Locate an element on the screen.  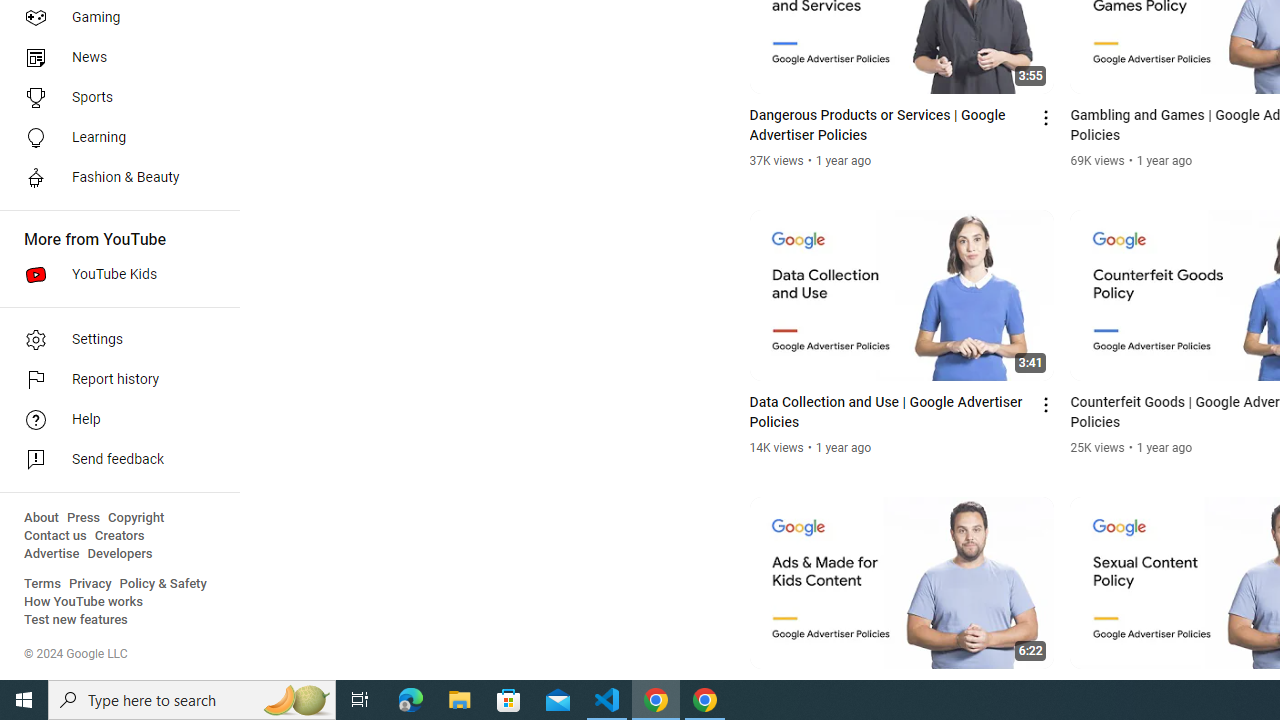
'YouTube Kids' is located at coordinates (112, 275).